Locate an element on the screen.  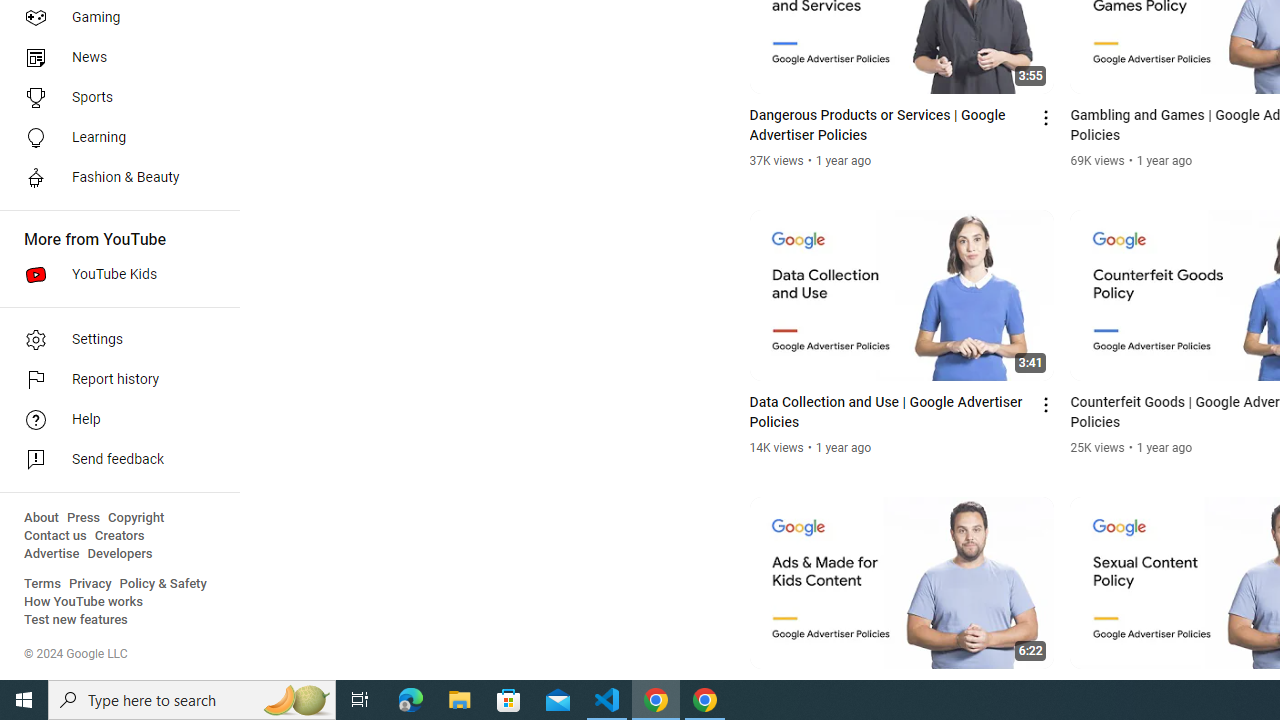
'YouTube Kids' is located at coordinates (112, 275).